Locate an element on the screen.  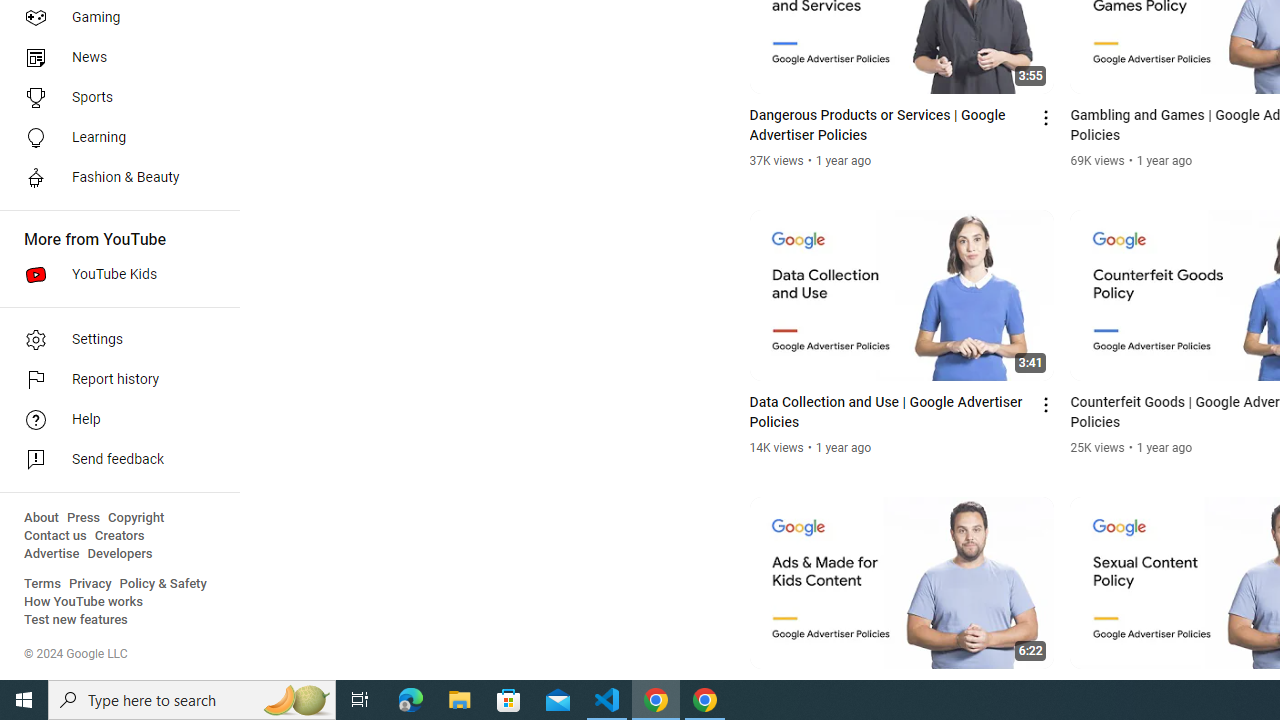
'YouTube Kids' is located at coordinates (112, 275).